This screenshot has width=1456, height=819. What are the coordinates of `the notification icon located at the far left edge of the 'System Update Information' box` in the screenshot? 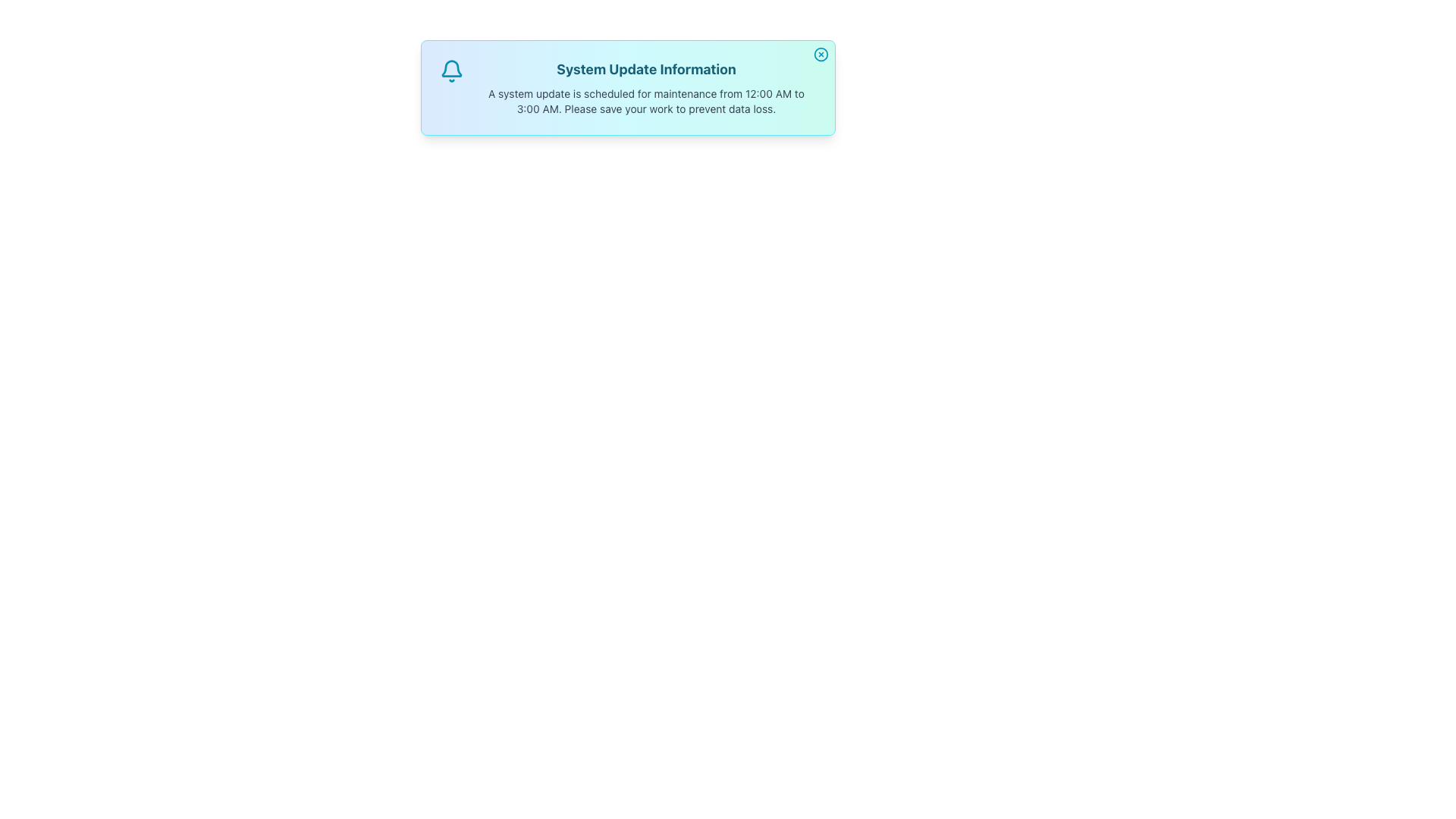 It's located at (450, 71).